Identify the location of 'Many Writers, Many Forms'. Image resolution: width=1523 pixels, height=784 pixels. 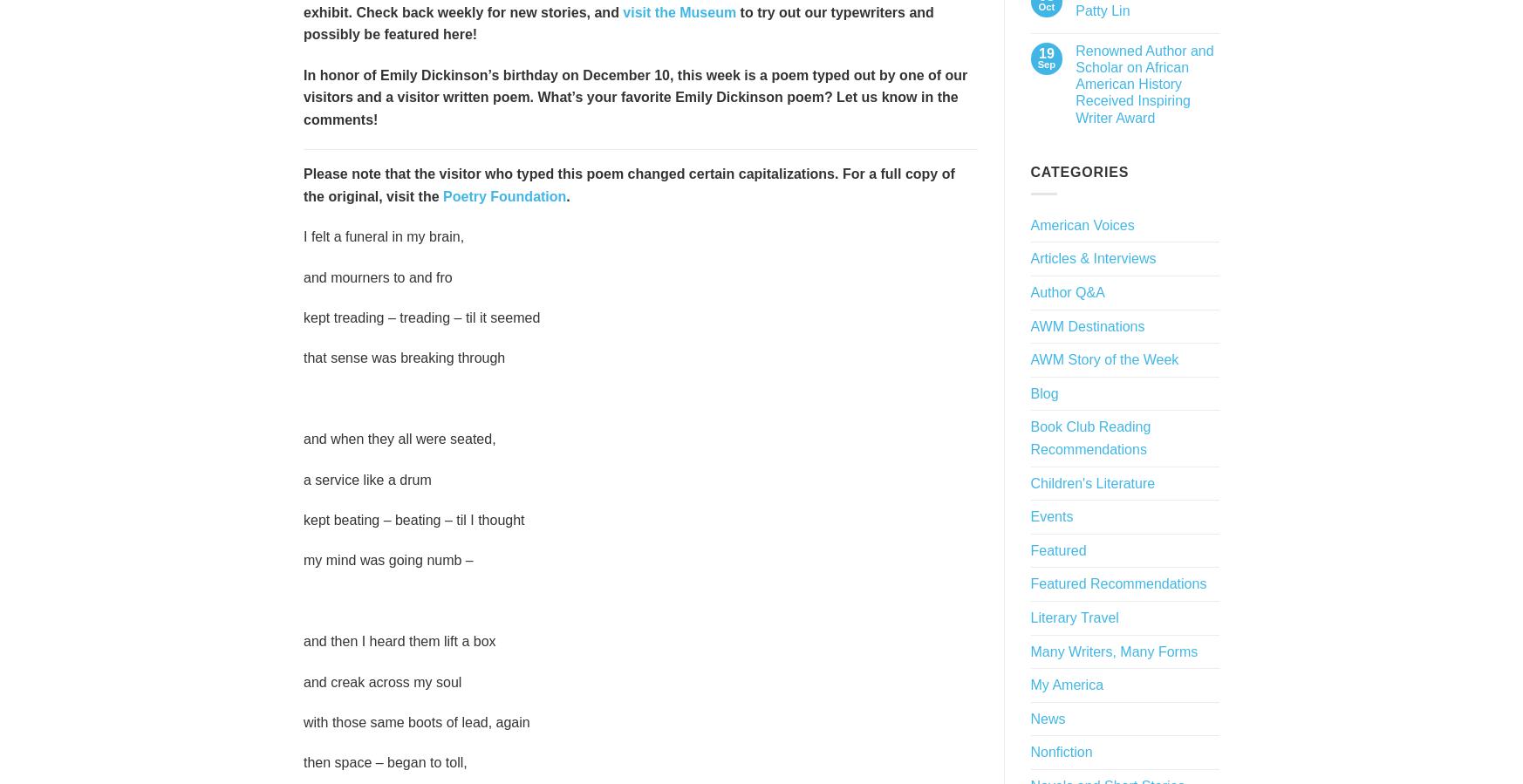
(1113, 650).